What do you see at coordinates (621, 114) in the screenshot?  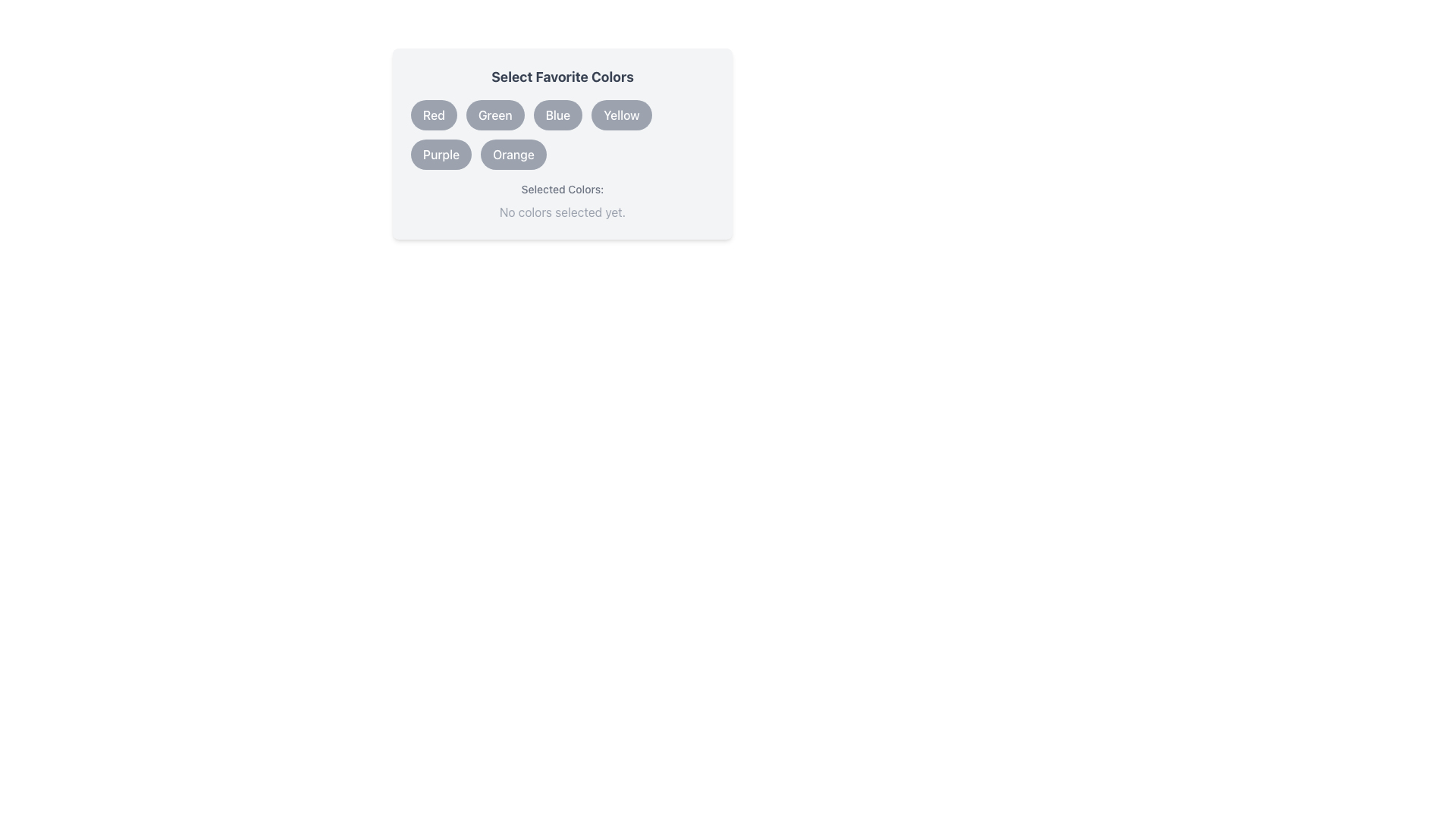 I see `the 'Yellow' button` at bounding box center [621, 114].